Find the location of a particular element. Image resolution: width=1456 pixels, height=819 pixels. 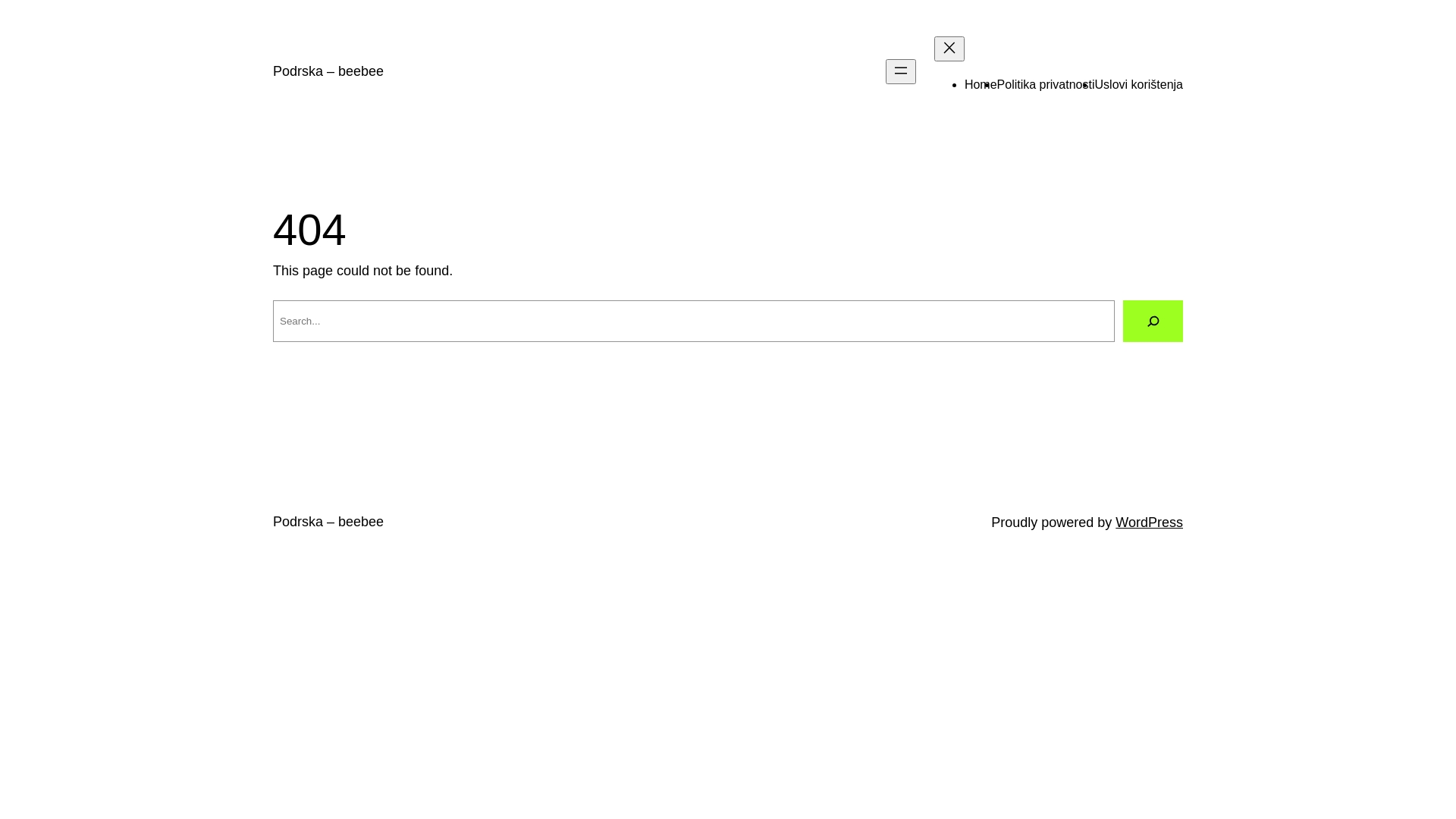

'WordPress' is located at coordinates (1149, 522).